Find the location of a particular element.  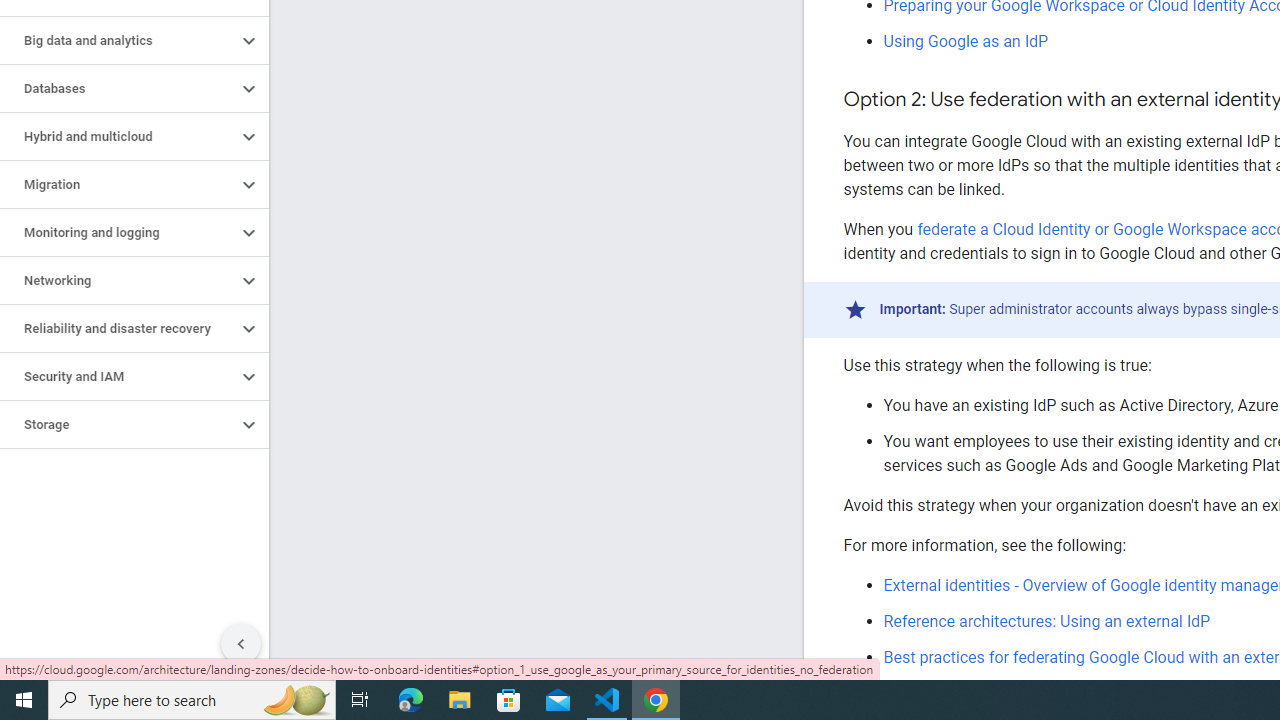

'Security and IAM' is located at coordinates (117, 376).